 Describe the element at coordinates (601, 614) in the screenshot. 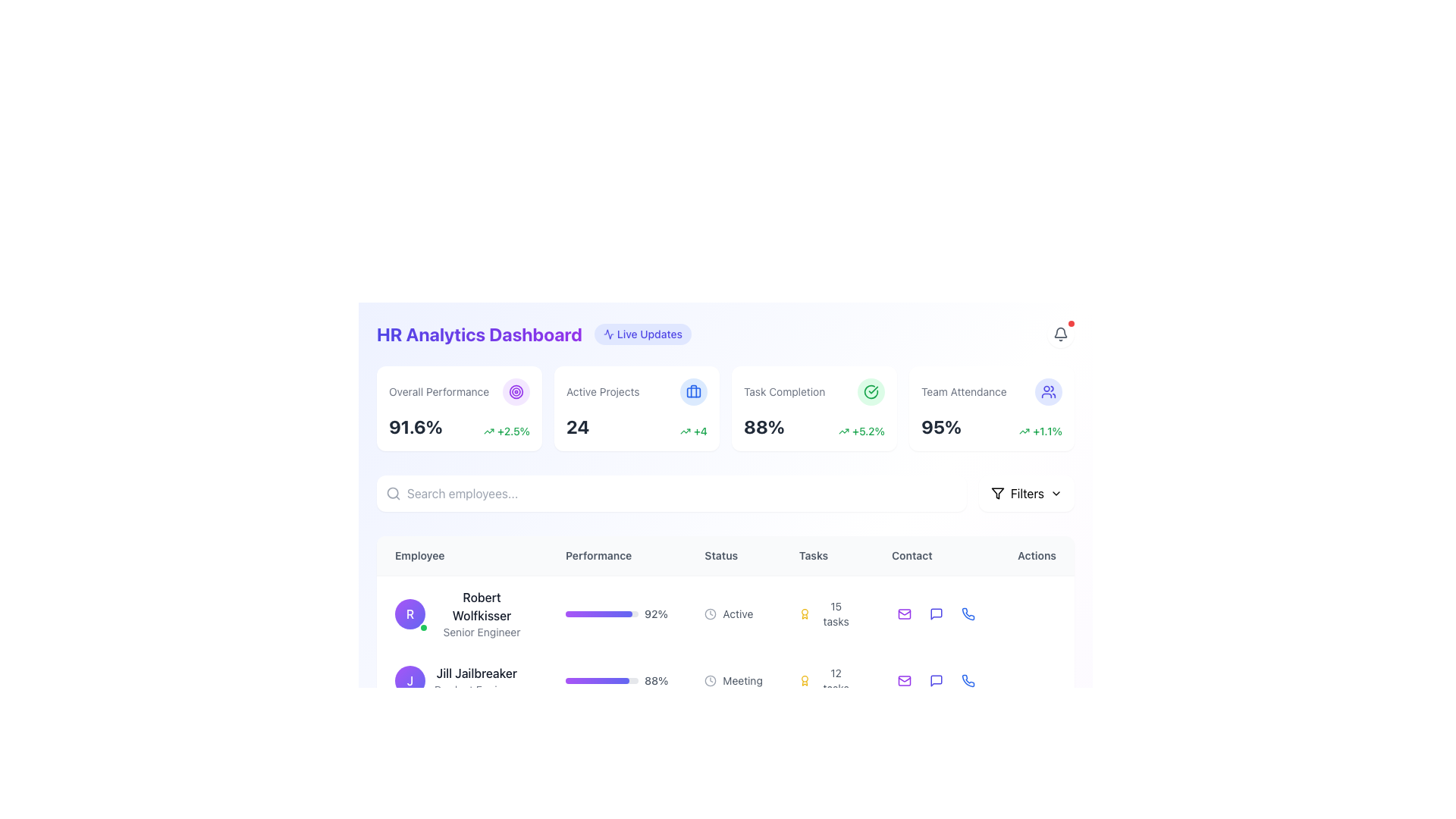

I see `the displayed percentage on the progress bar associated with employee 'Robert Wolfkisser' in the HR Analytics Dashboard` at that location.